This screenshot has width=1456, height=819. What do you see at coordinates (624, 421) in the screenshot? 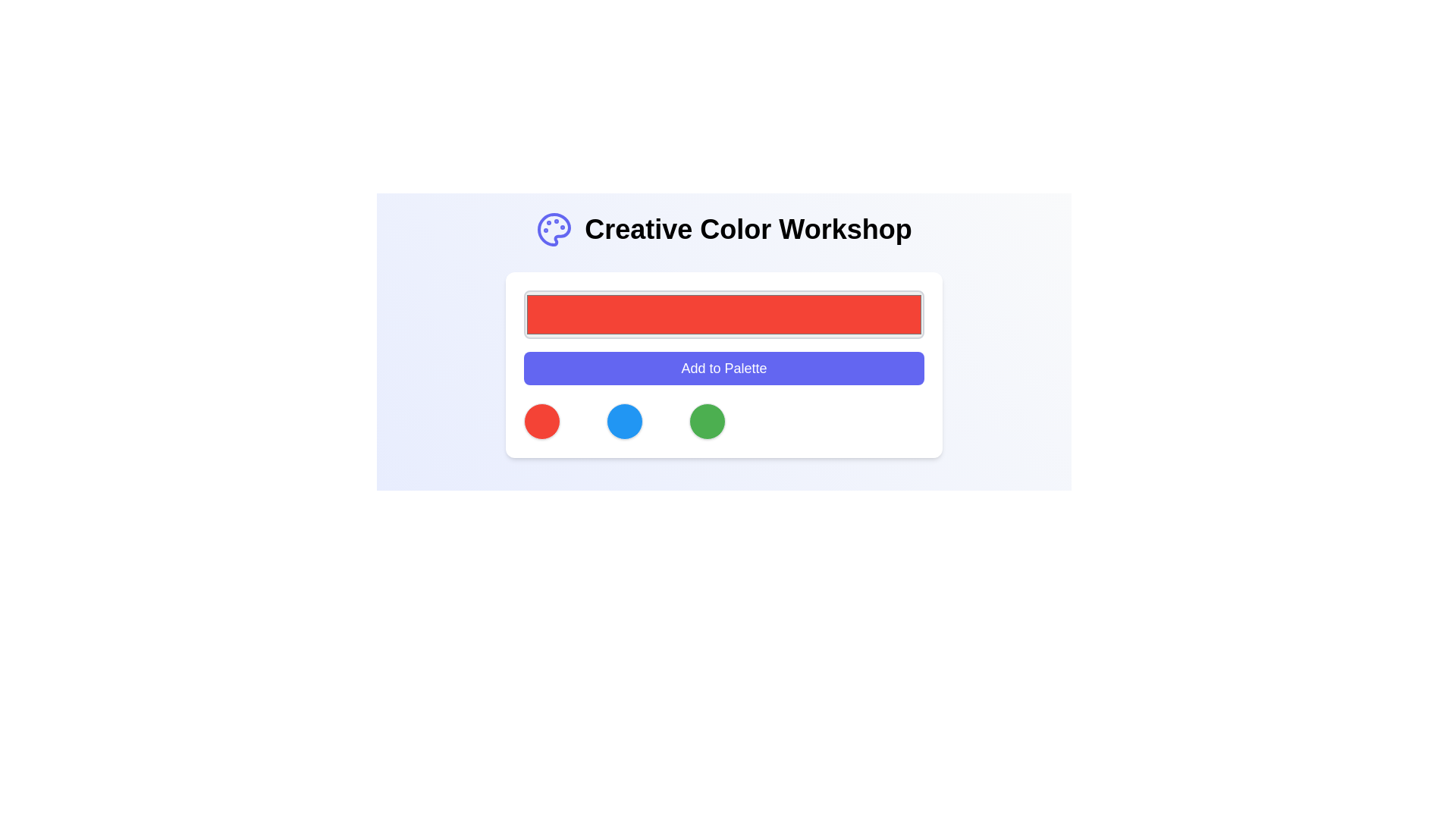
I see `the solid blue circular element located in the bottom section of the interface, which is the second circle from the left` at bounding box center [624, 421].